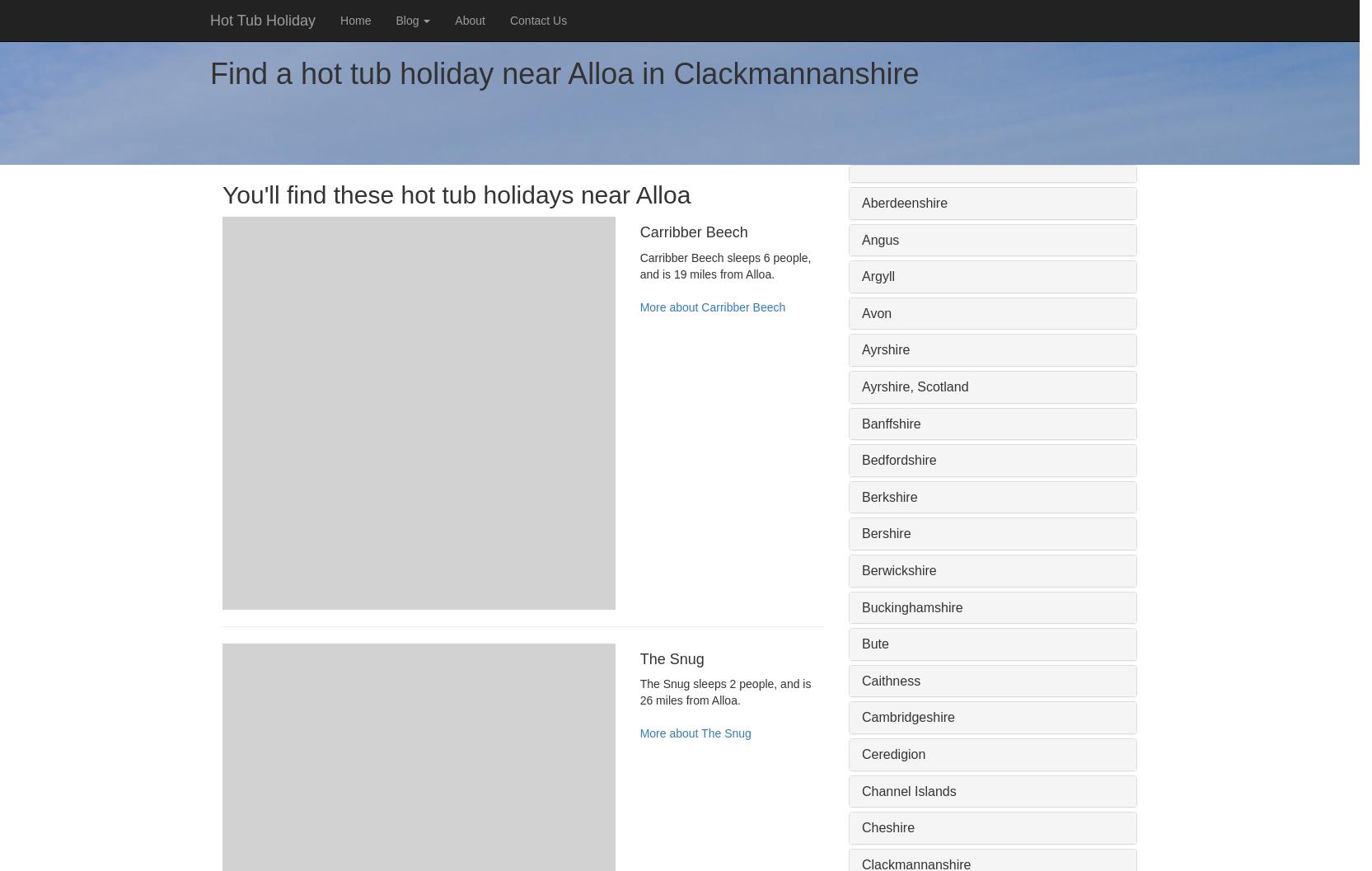  What do you see at coordinates (468, 21) in the screenshot?
I see `'About'` at bounding box center [468, 21].